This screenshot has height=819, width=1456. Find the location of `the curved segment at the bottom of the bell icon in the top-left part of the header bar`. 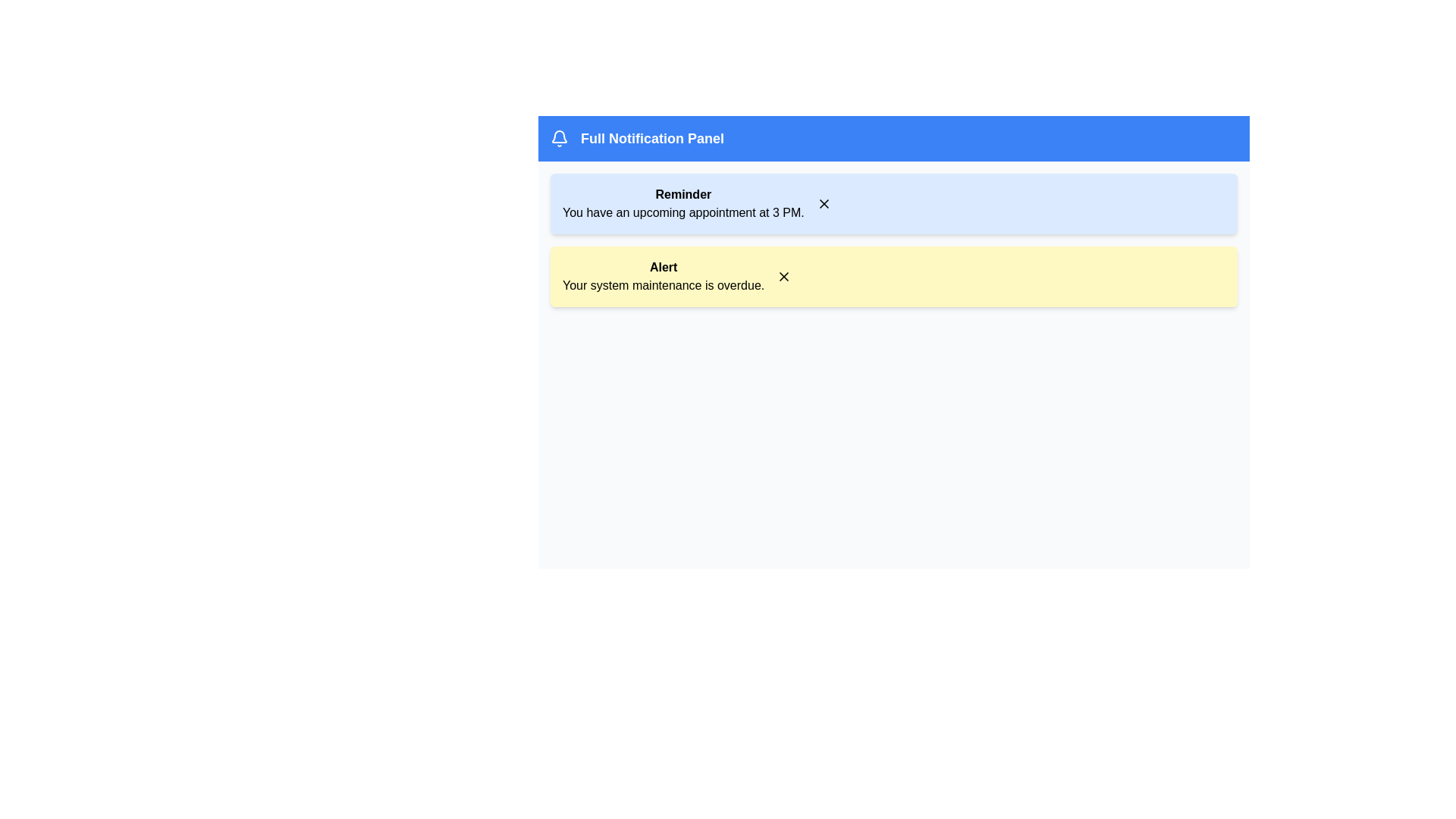

the curved segment at the bottom of the bell icon in the top-left part of the header bar is located at coordinates (559, 136).